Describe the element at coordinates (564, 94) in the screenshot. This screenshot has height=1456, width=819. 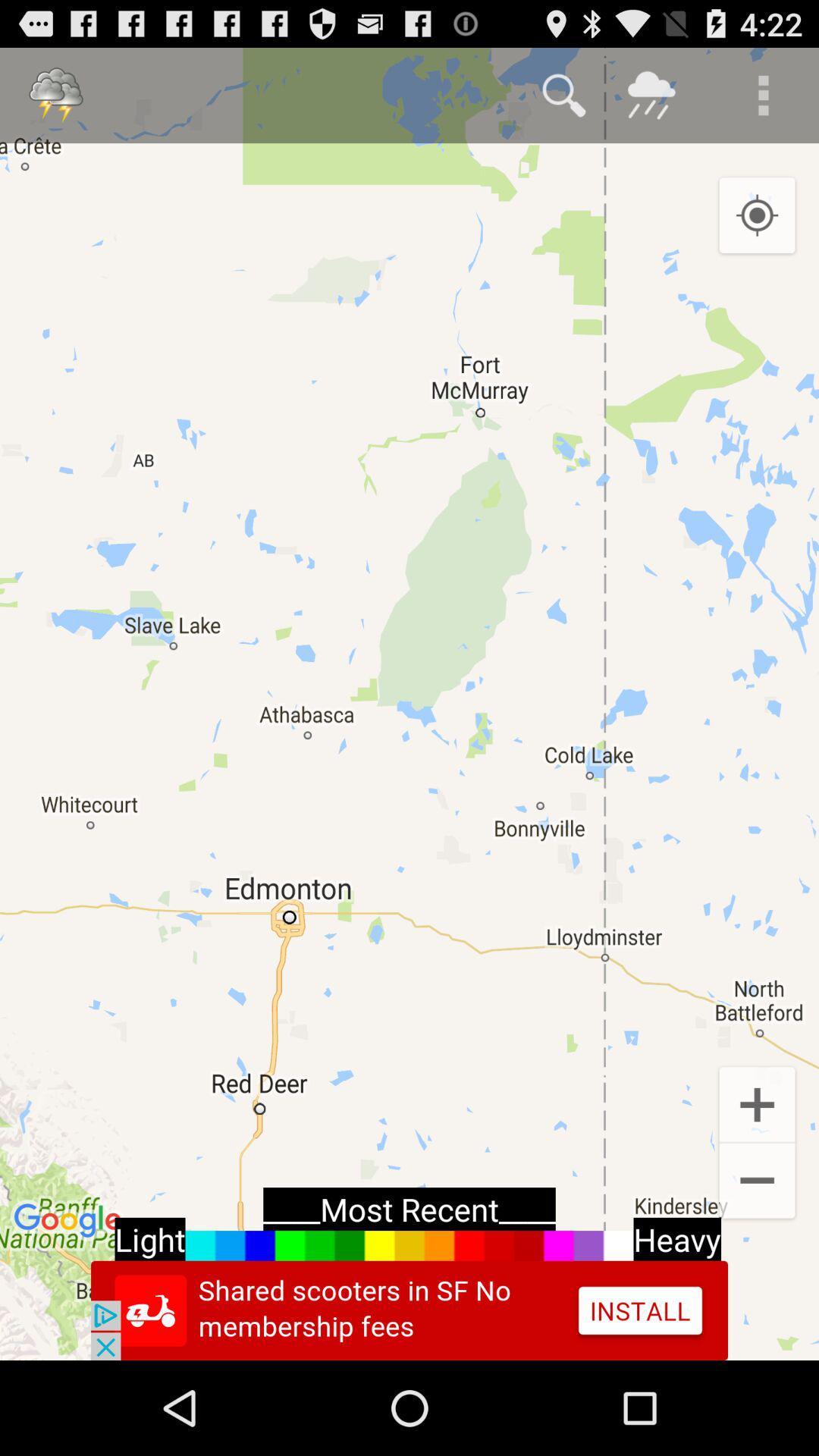
I see `begin search button` at that location.